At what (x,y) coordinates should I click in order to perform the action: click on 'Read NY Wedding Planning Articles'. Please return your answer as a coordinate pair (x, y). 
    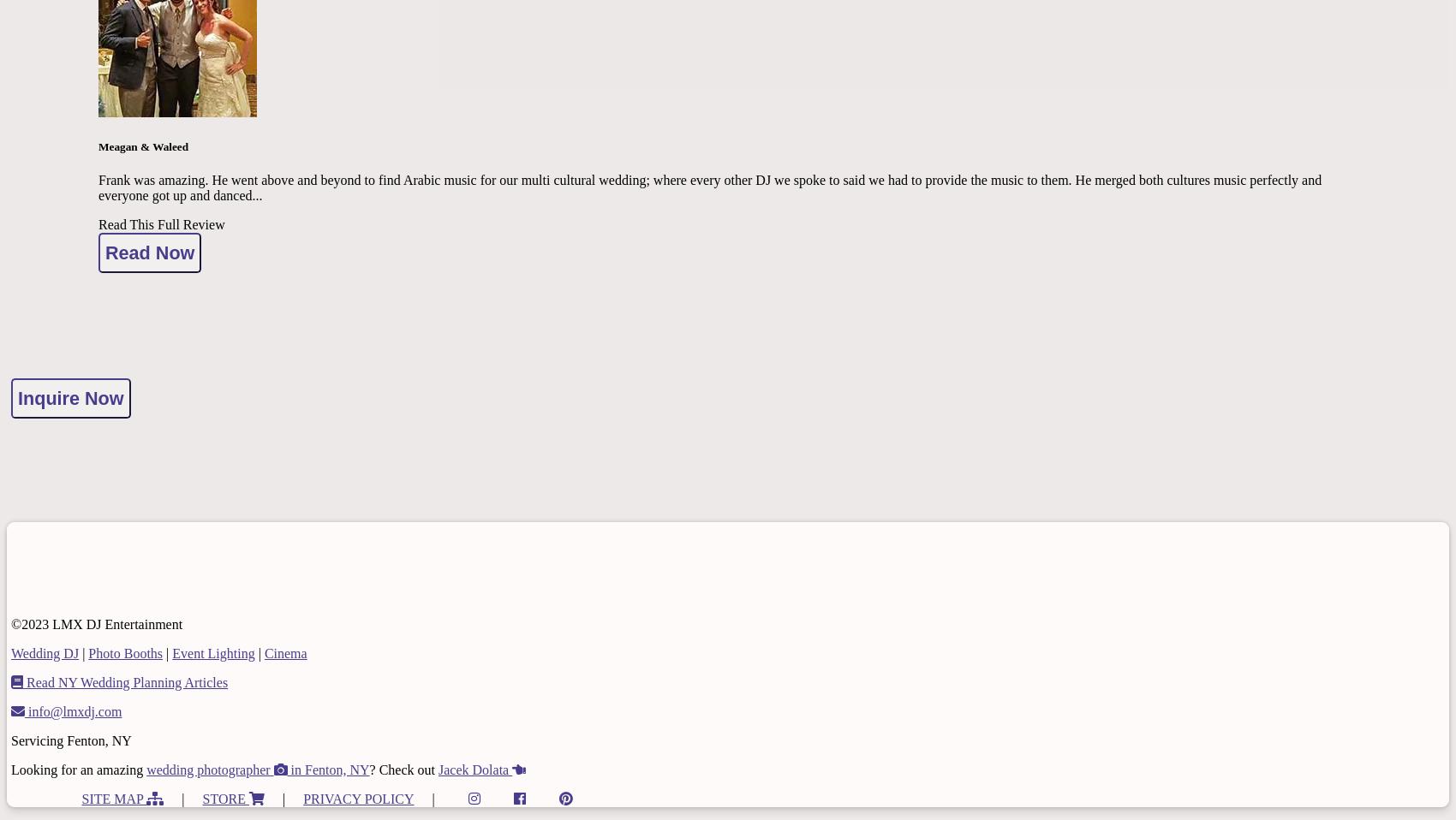
    Looking at the image, I should click on (124, 681).